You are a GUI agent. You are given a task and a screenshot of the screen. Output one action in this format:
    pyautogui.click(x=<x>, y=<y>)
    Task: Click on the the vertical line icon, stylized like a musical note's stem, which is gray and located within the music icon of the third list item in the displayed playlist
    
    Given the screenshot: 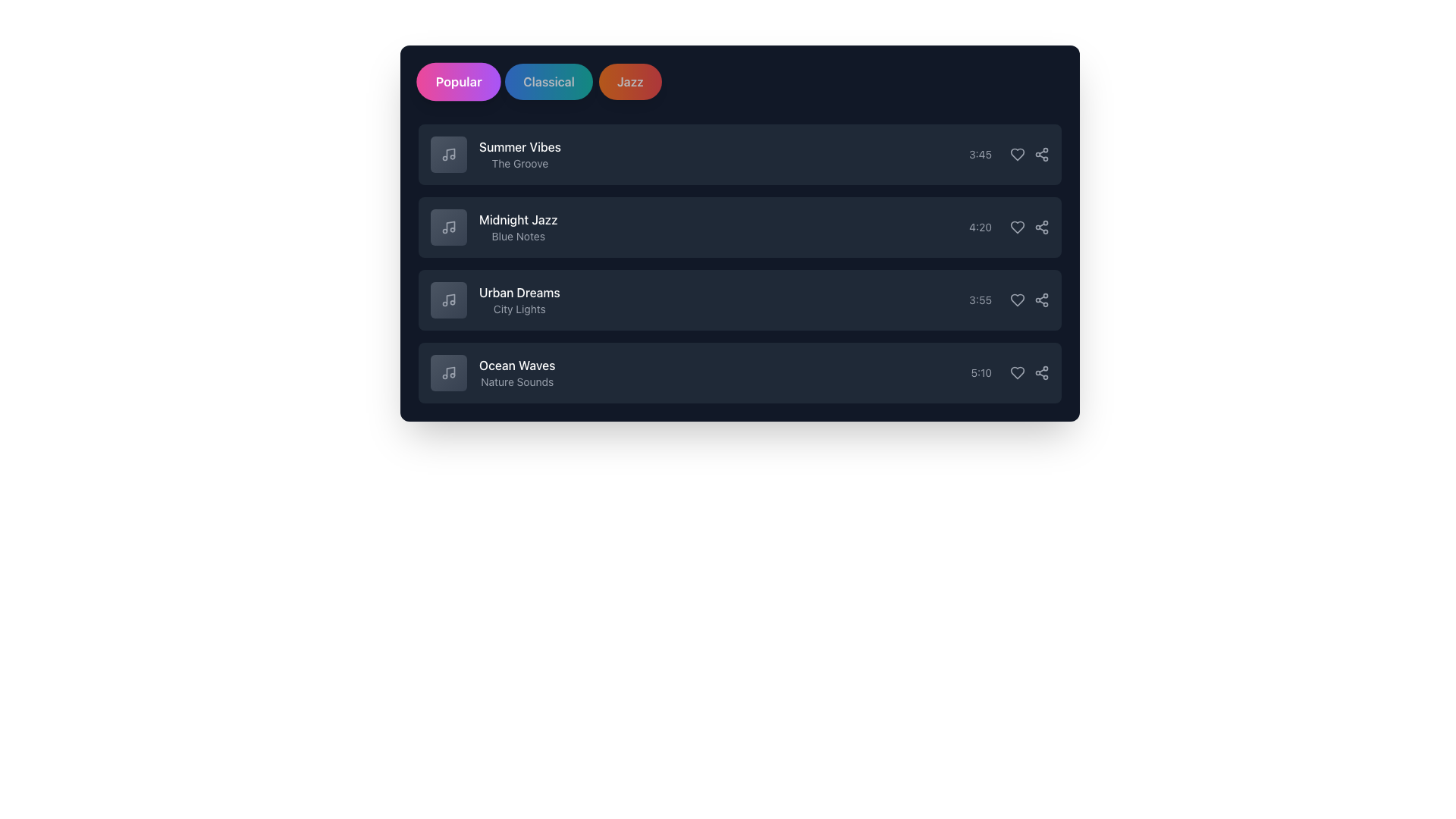 What is the action you would take?
    pyautogui.click(x=450, y=299)
    